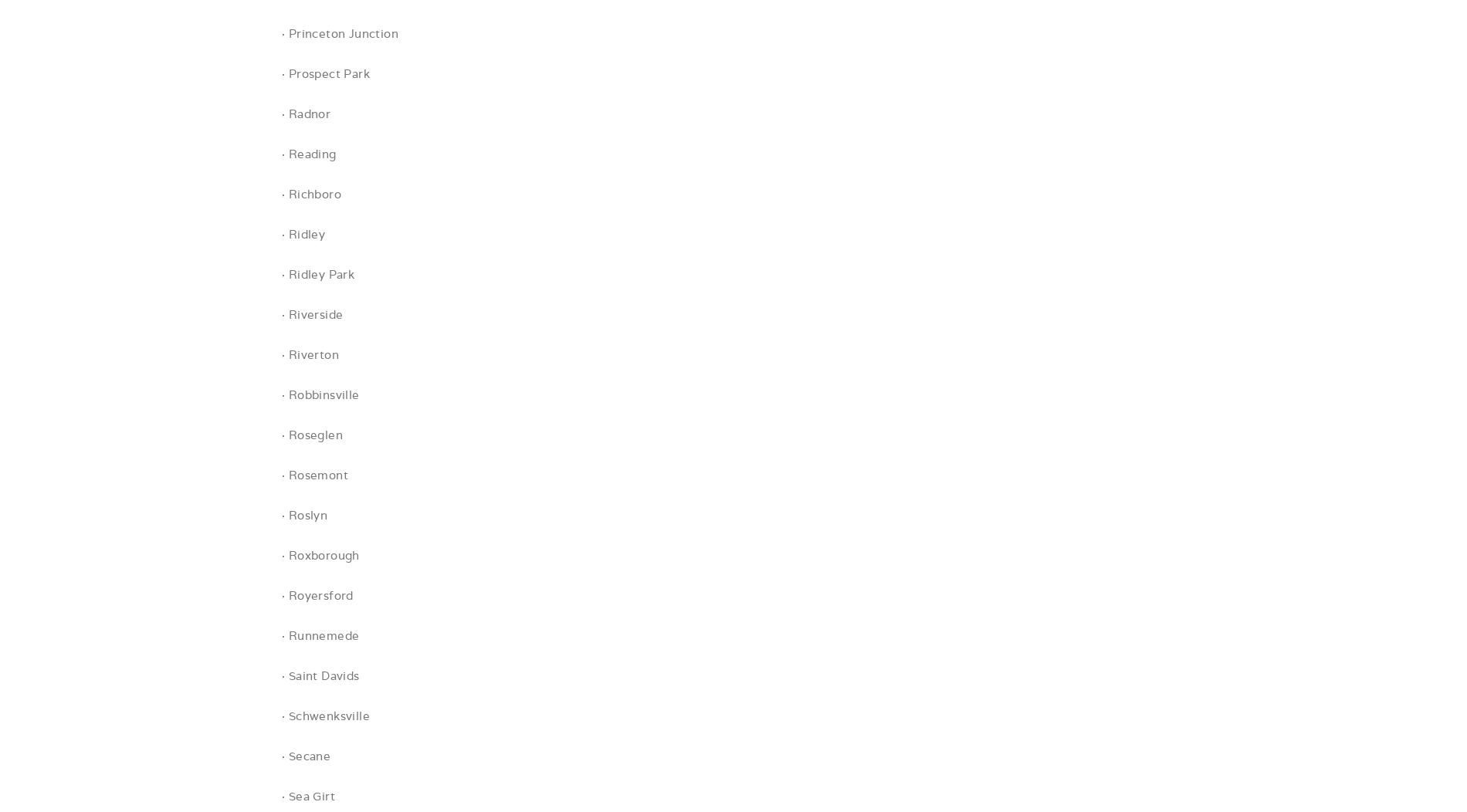 This screenshot has height=812, width=1467. I want to click on '· Schwenksville', so click(324, 715).